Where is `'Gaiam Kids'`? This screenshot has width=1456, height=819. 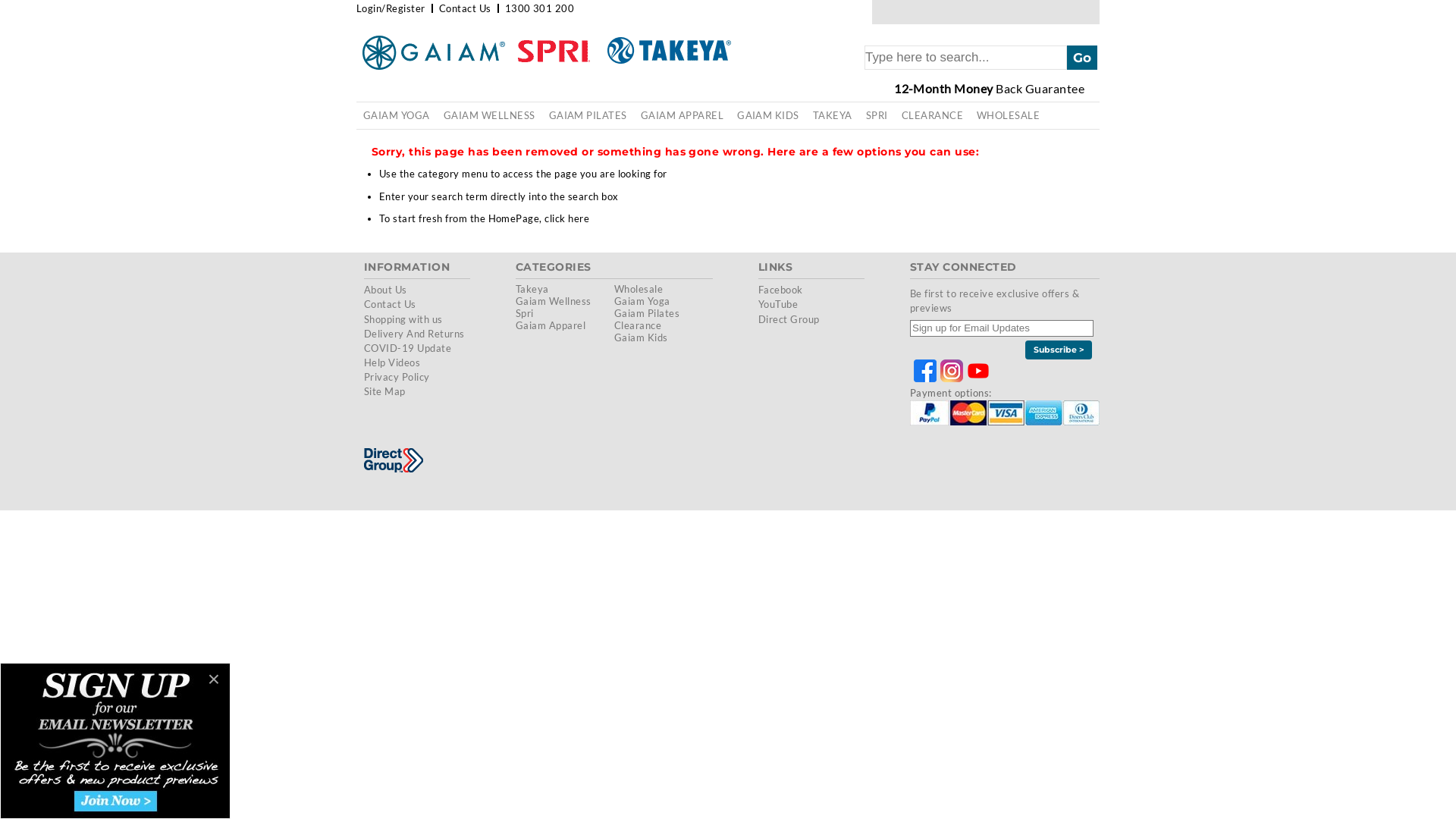 'Gaiam Kids' is located at coordinates (641, 336).